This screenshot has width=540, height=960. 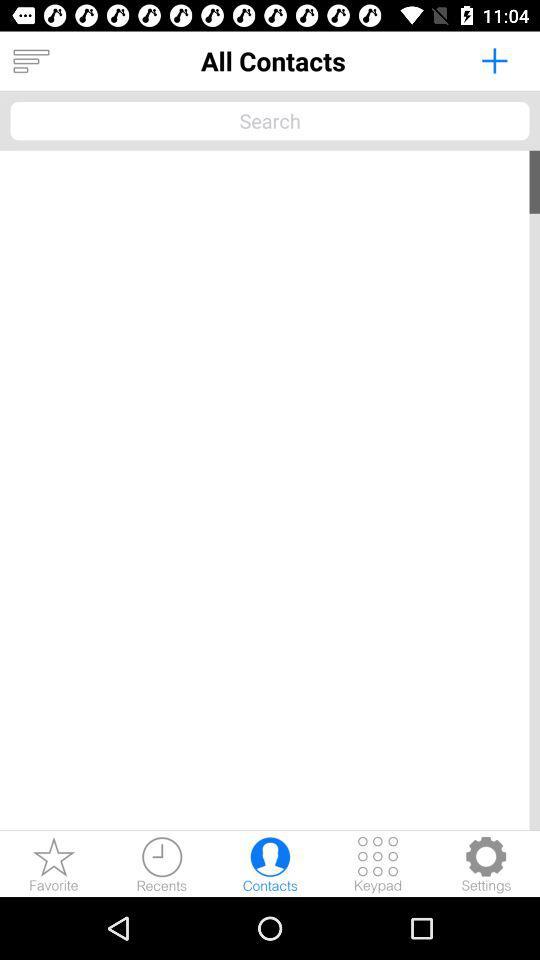 I want to click on contacts search, so click(x=270, y=120).